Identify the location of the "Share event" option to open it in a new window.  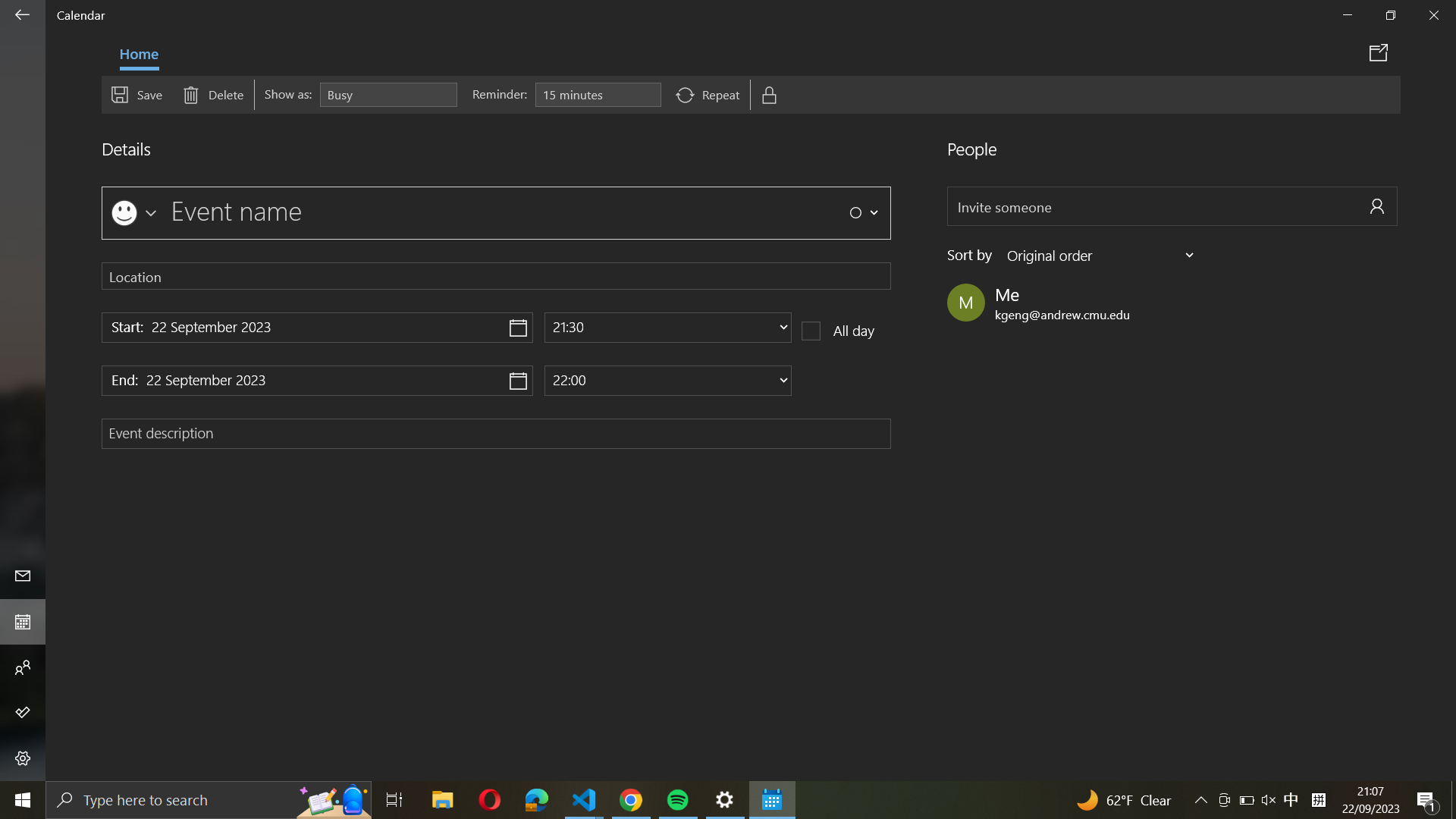
(1381, 52).